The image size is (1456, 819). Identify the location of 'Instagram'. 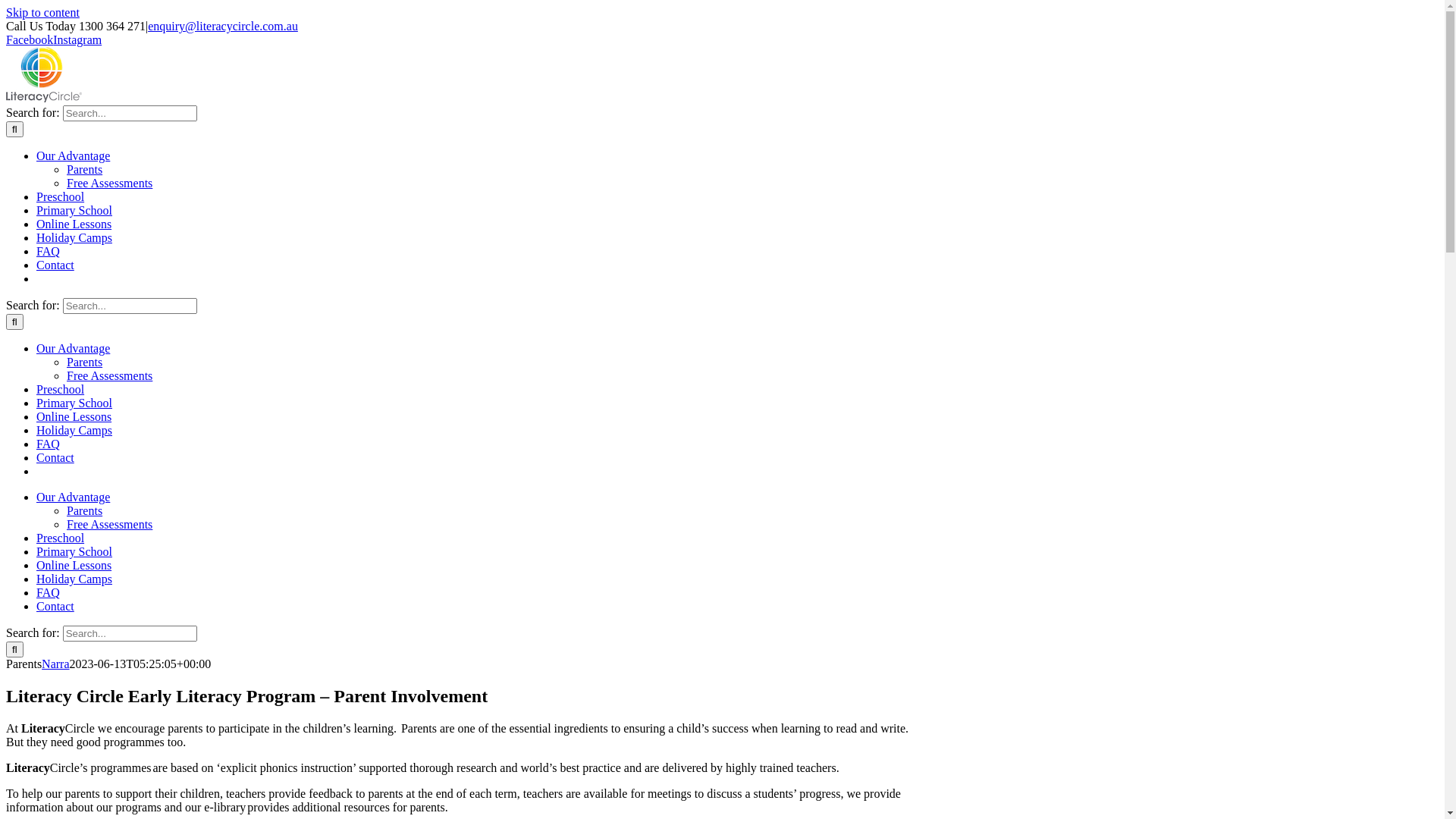
(53, 39).